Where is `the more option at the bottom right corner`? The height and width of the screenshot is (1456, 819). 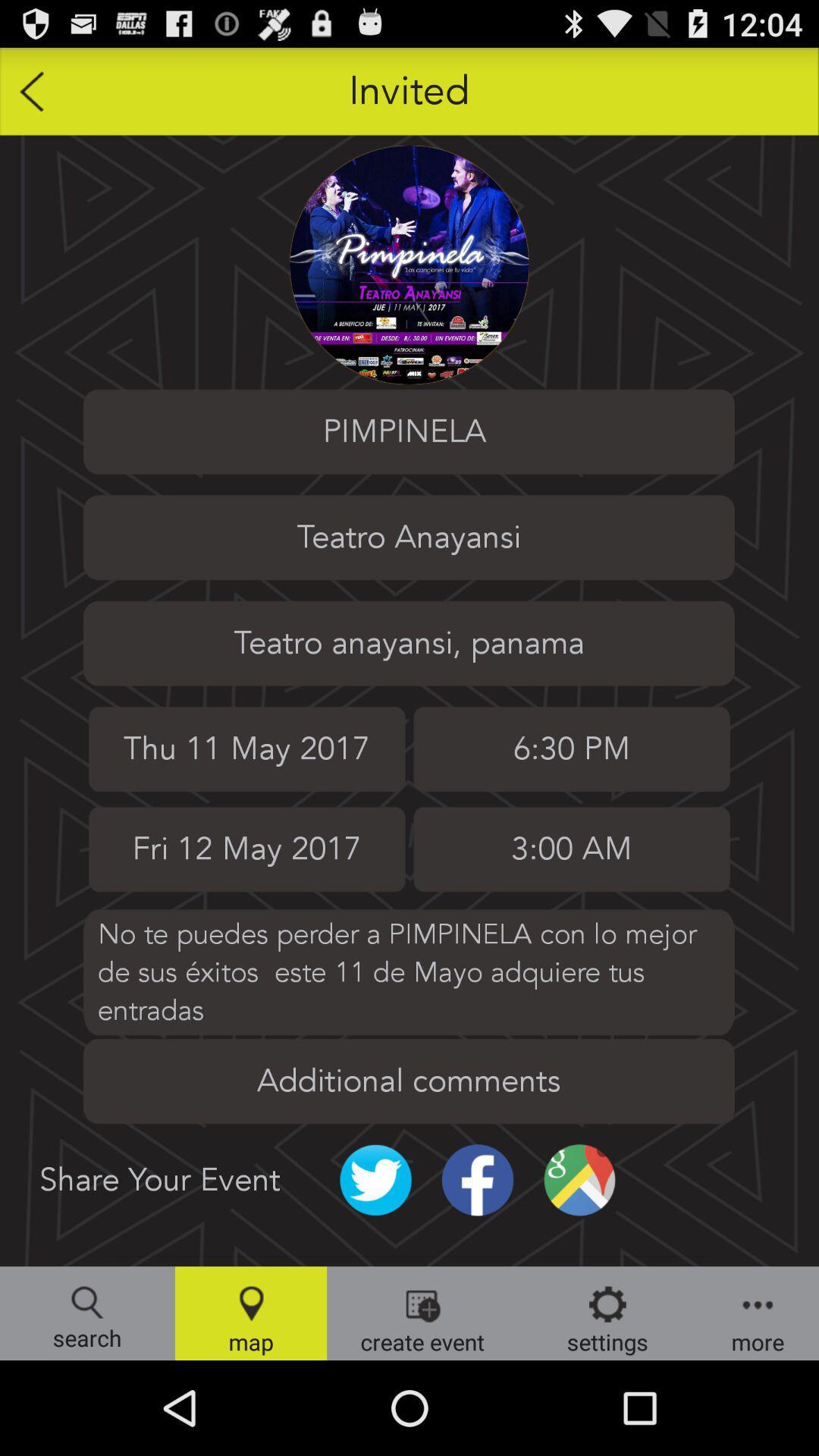 the more option at the bottom right corner is located at coordinates (758, 1313).